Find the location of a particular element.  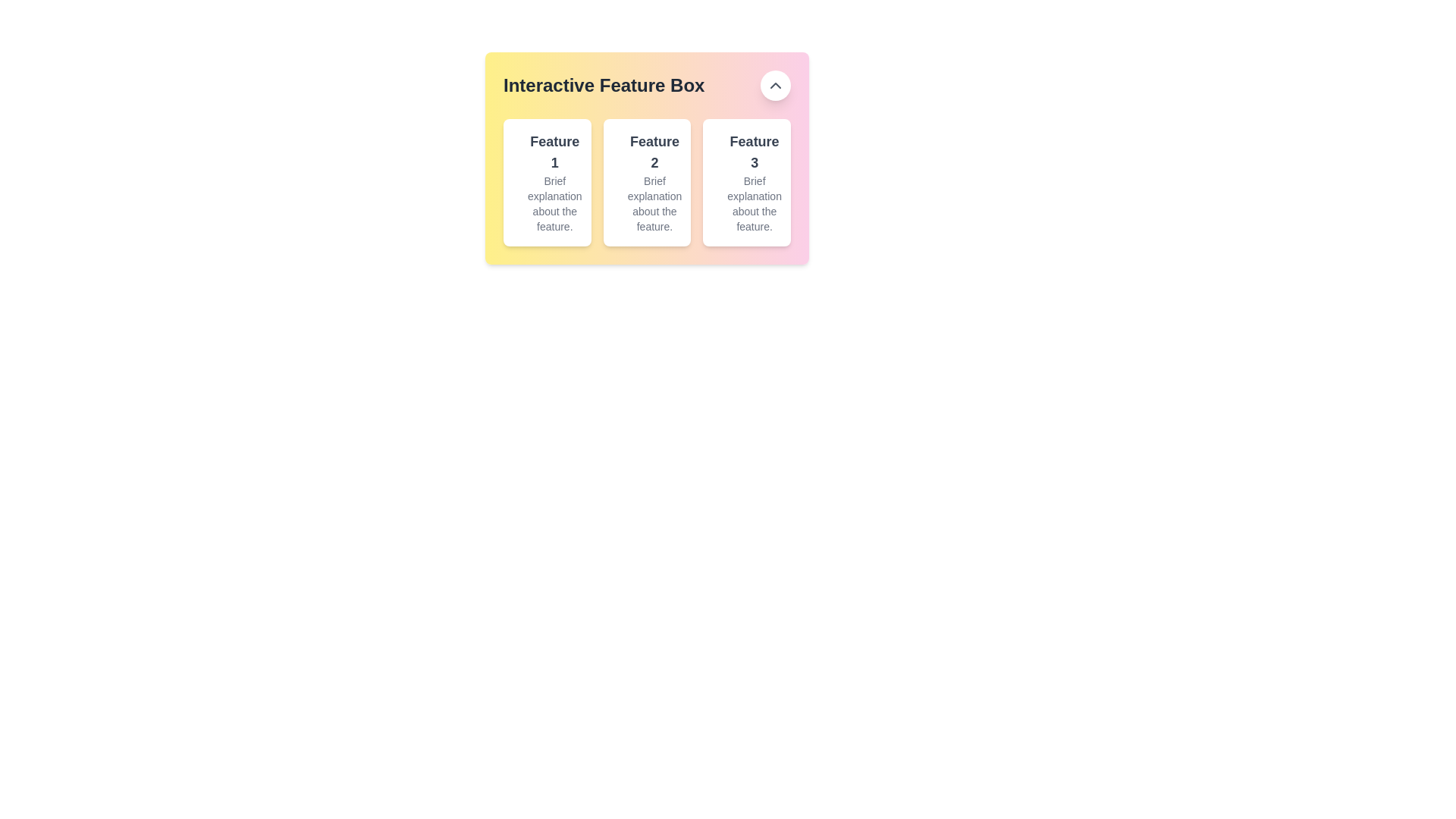

the card titled 'Feature 2' which is the second card in the 'Interactive Feature Box' containing a bold title and description is located at coordinates (647, 158).